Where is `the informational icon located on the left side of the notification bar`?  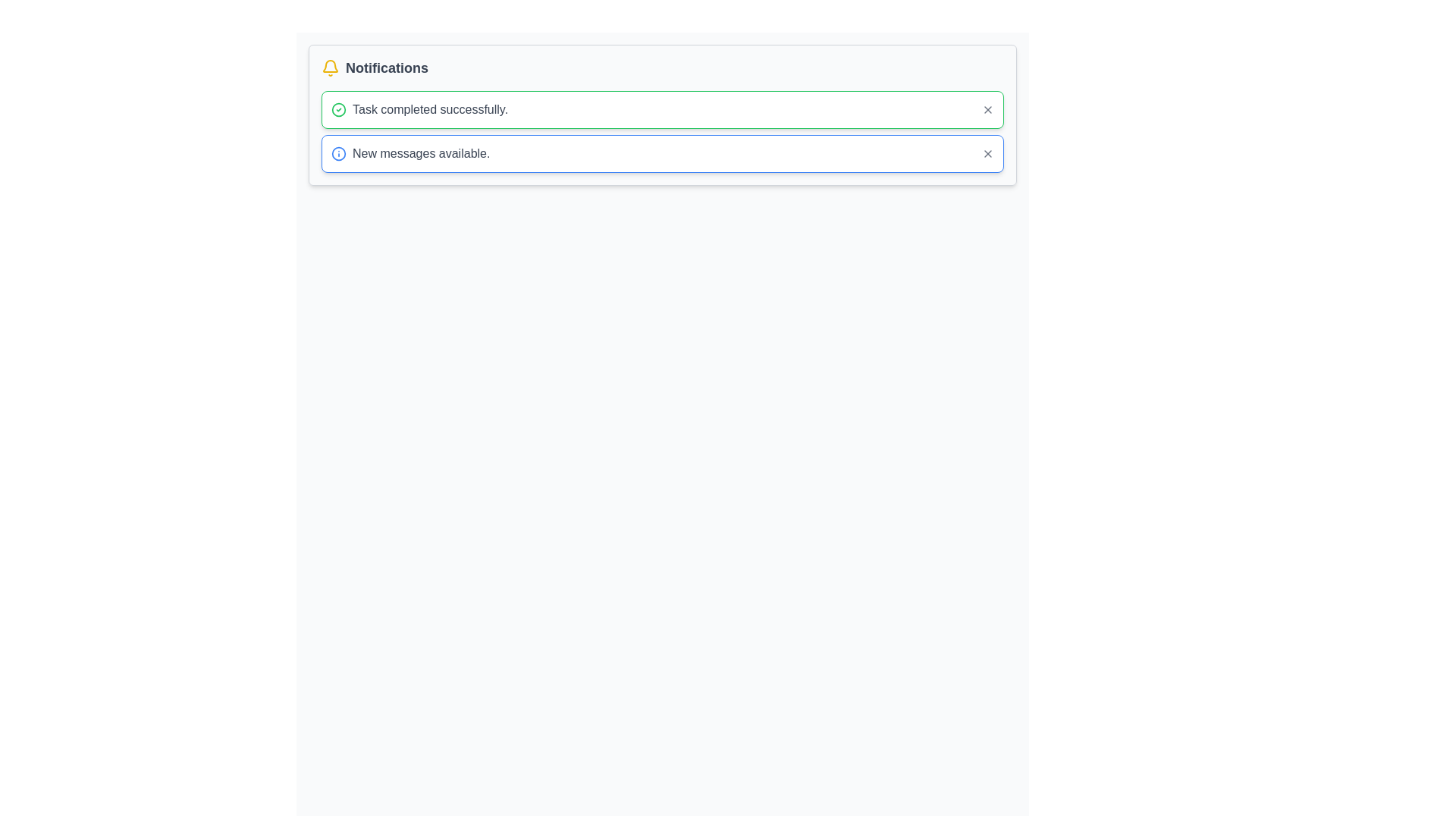 the informational icon located on the left side of the notification bar is located at coordinates (337, 154).